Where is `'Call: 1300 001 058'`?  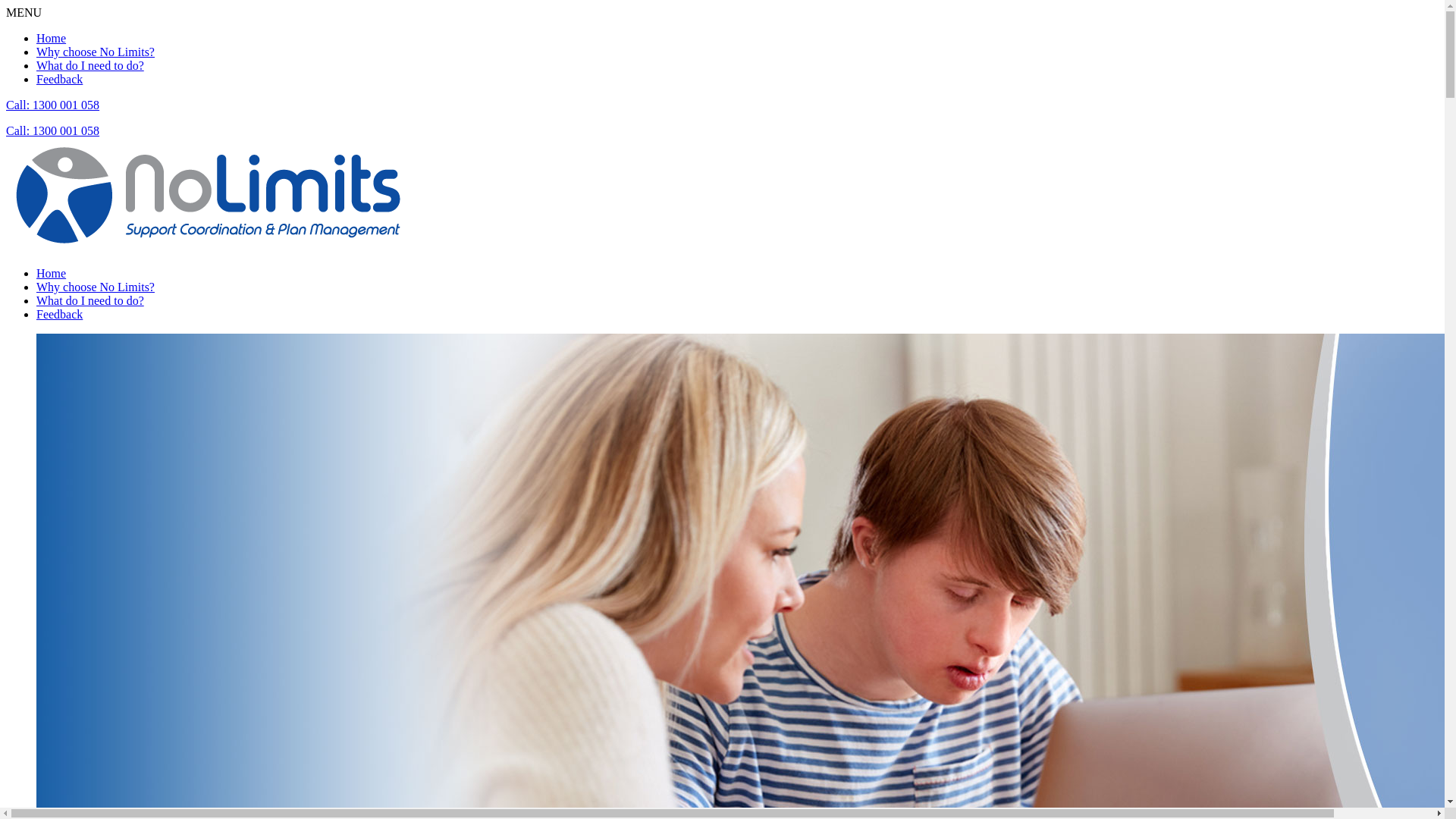
'Call: 1300 001 058' is located at coordinates (52, 104).